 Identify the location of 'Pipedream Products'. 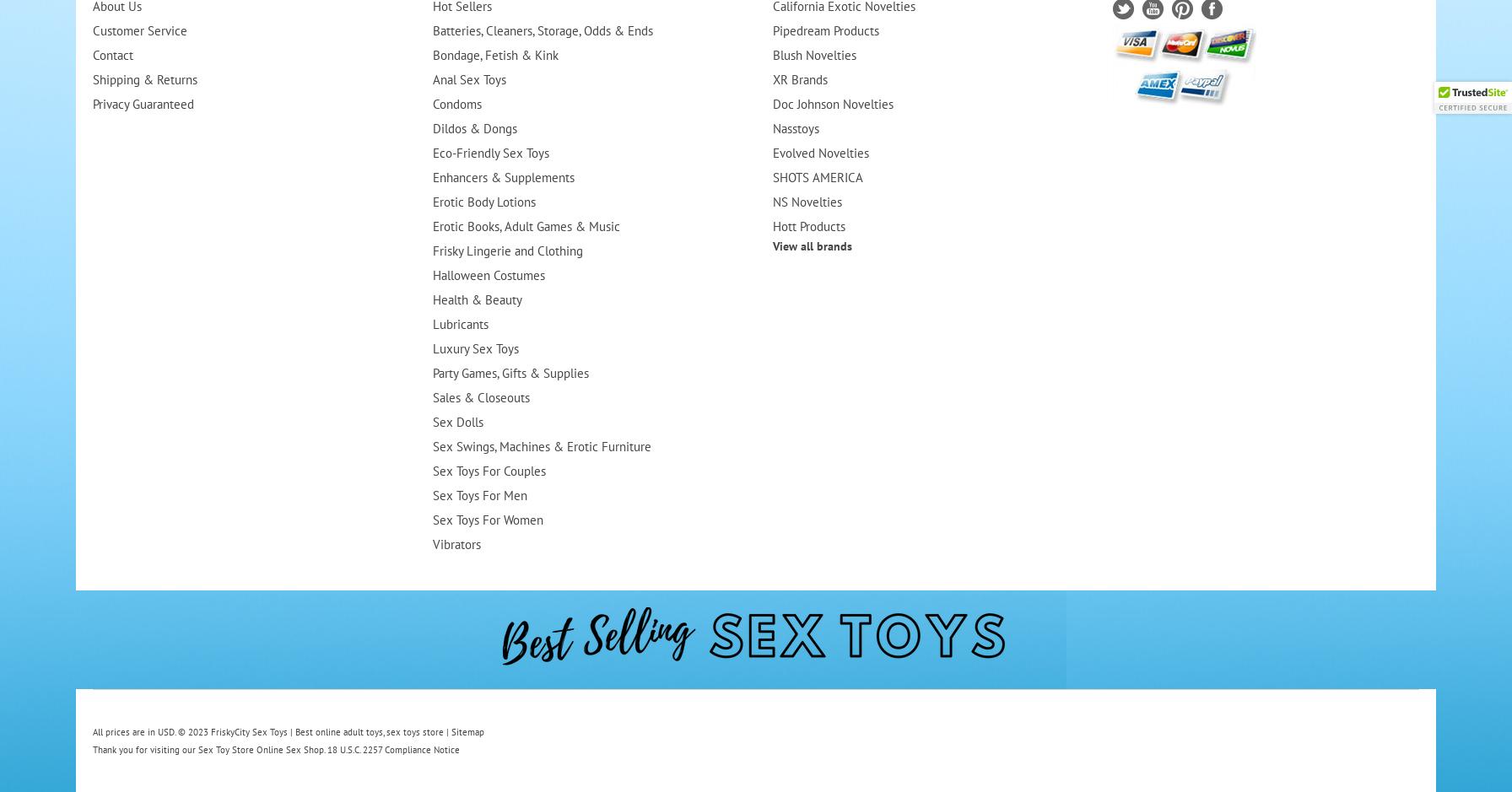
(825, 30).